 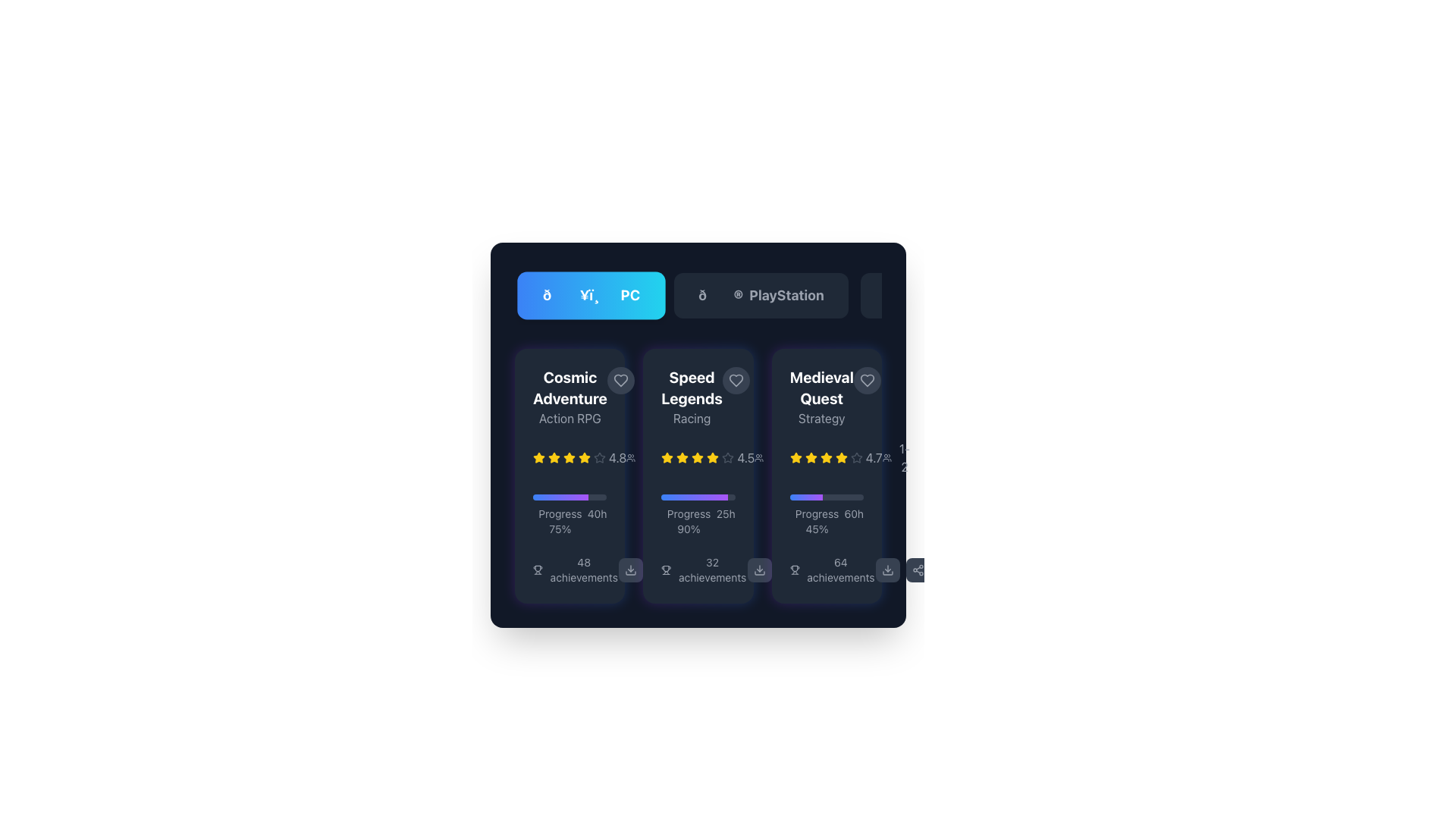 What do you see at coordinates (826, 570) in the screenshot?
I see `the static text element displaying '64 achievements' with a trophy icon, located at the bottom section of the card for the game 'Medieval Quest'` at bounding box center [826, 570].